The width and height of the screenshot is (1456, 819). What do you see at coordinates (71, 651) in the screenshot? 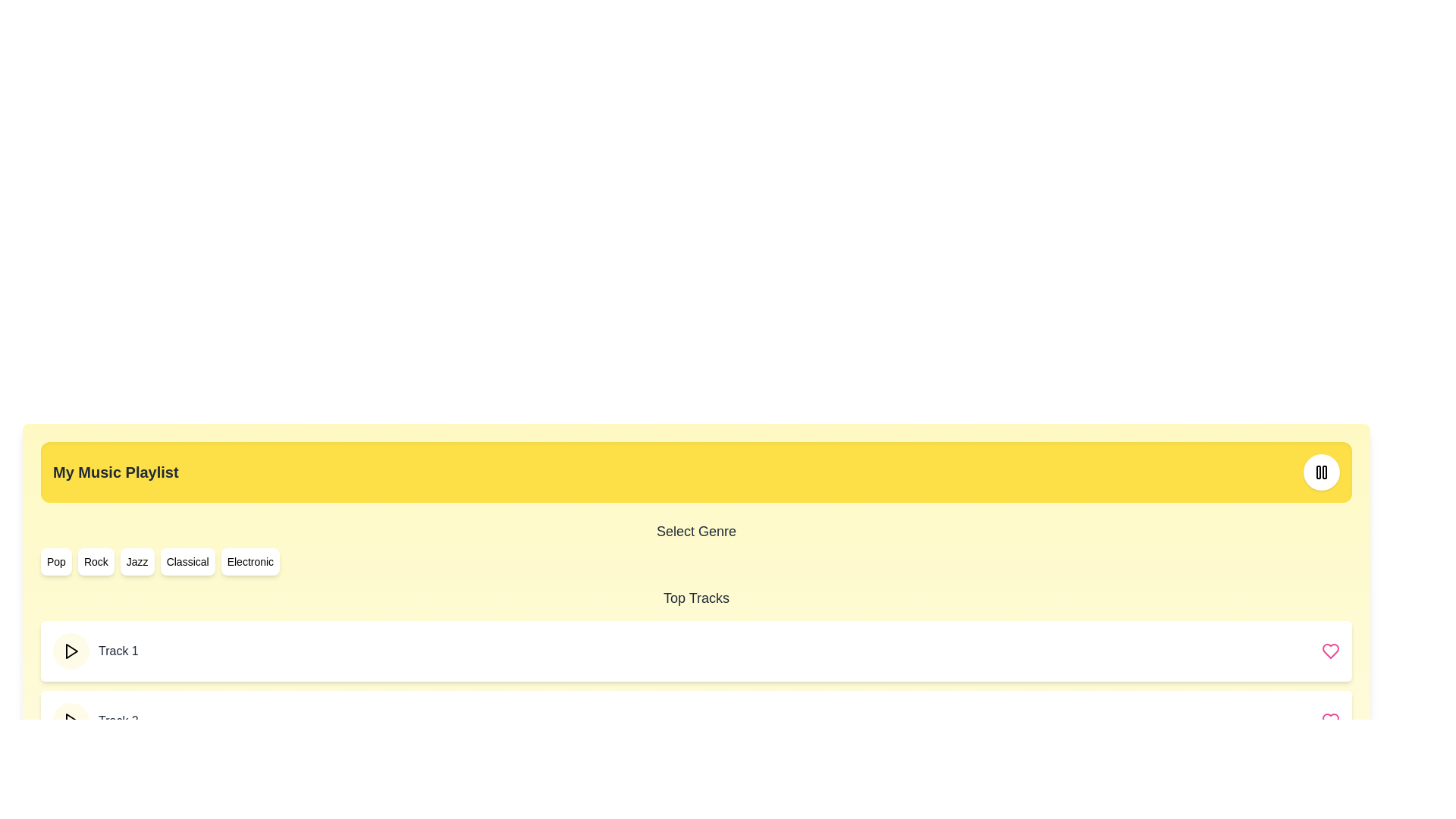
I see `the circular yellow play button with a triangle icon located at the left end of the list item titled 'Track 1'` at bounding box center [71, 651].